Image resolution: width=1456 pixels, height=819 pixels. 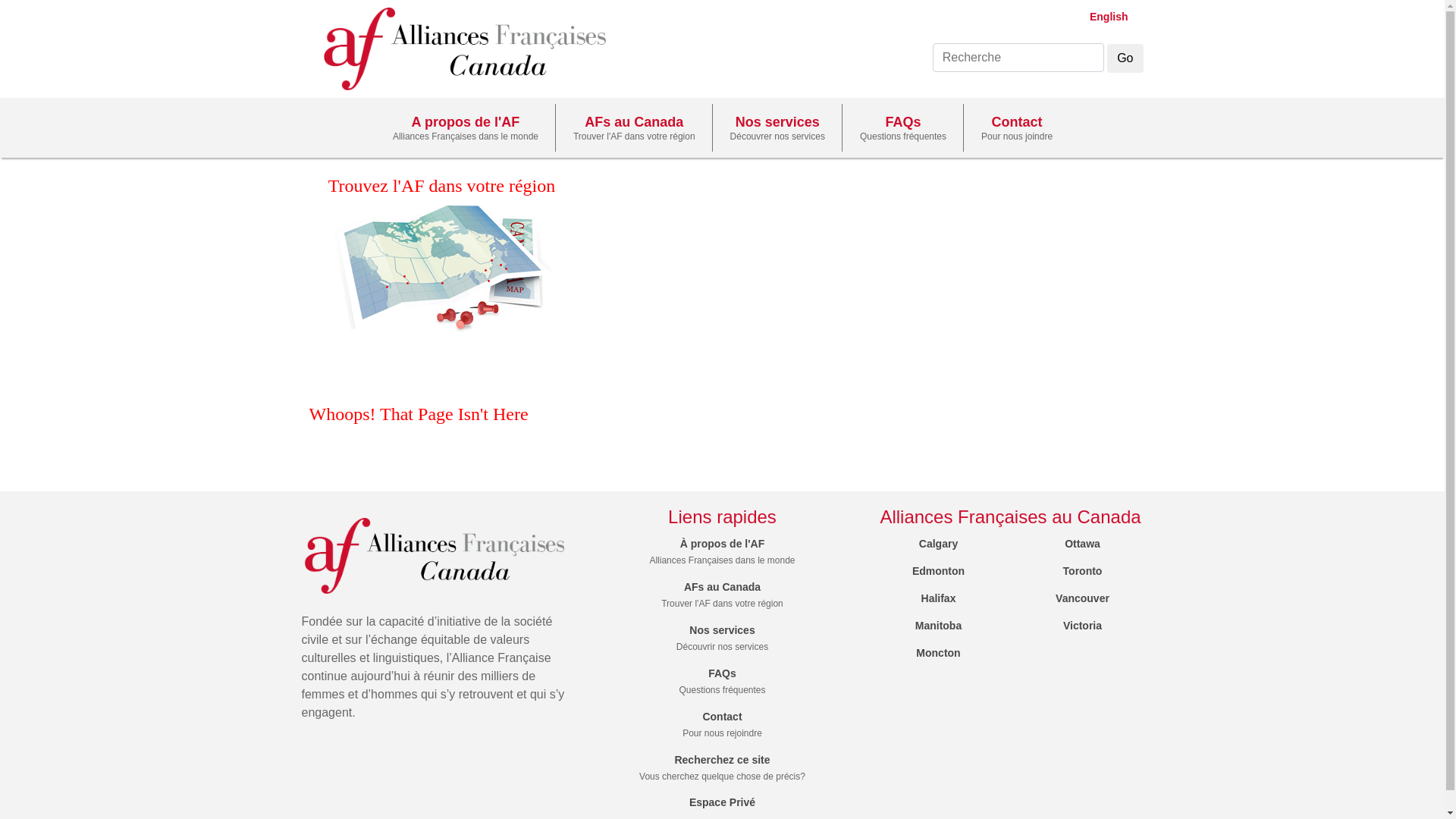 What do you see at coordinates (914, 626) in the screenshot?
I see `'Manitoba'` at bounding box center [914, 626].